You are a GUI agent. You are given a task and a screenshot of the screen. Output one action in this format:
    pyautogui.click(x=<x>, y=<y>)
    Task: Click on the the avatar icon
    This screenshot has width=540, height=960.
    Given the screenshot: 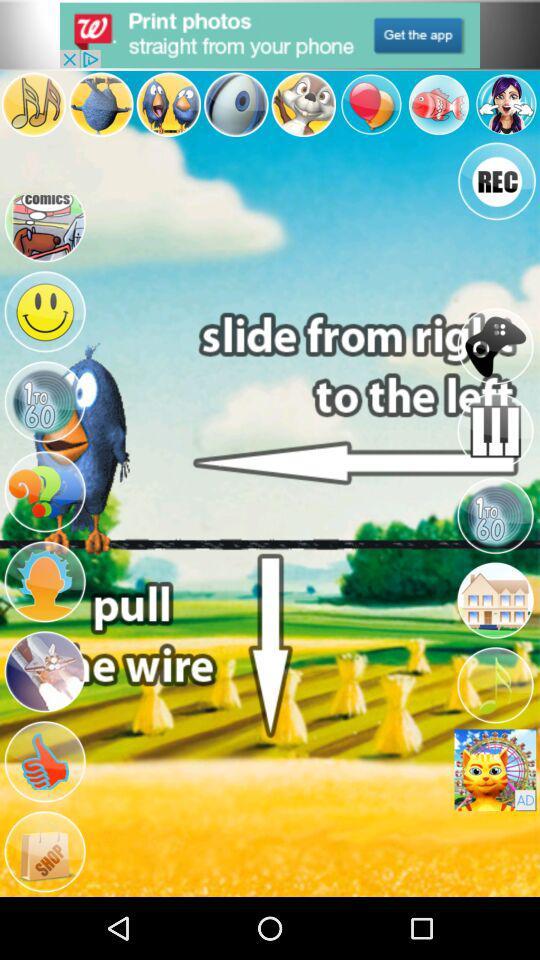 What is the action you would take?
    pyautogui.click(x=167, y=111)
    